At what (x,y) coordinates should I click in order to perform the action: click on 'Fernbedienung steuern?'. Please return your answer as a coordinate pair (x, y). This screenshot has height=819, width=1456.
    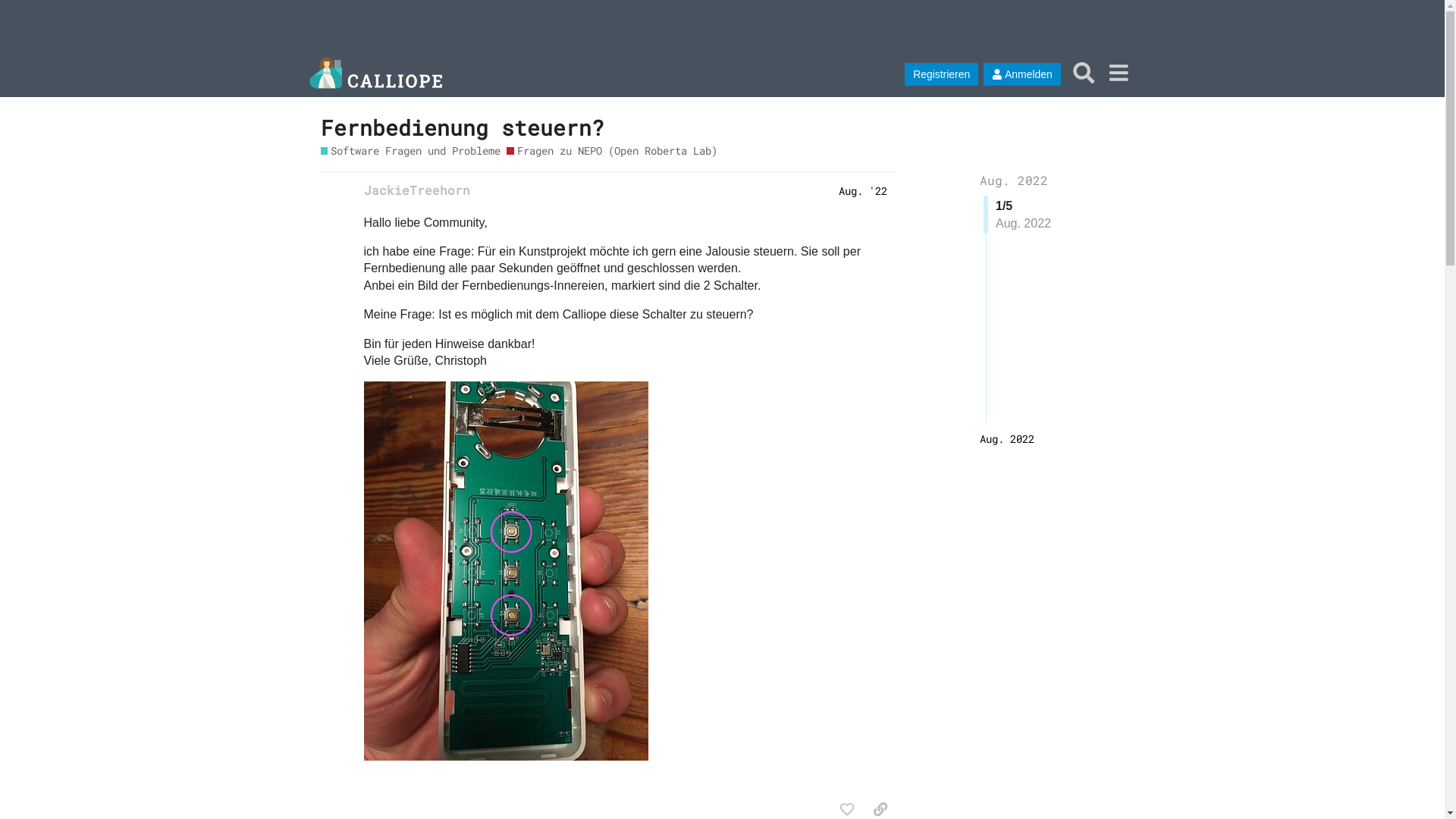
    Looking at the image, I should click on (461, 127).